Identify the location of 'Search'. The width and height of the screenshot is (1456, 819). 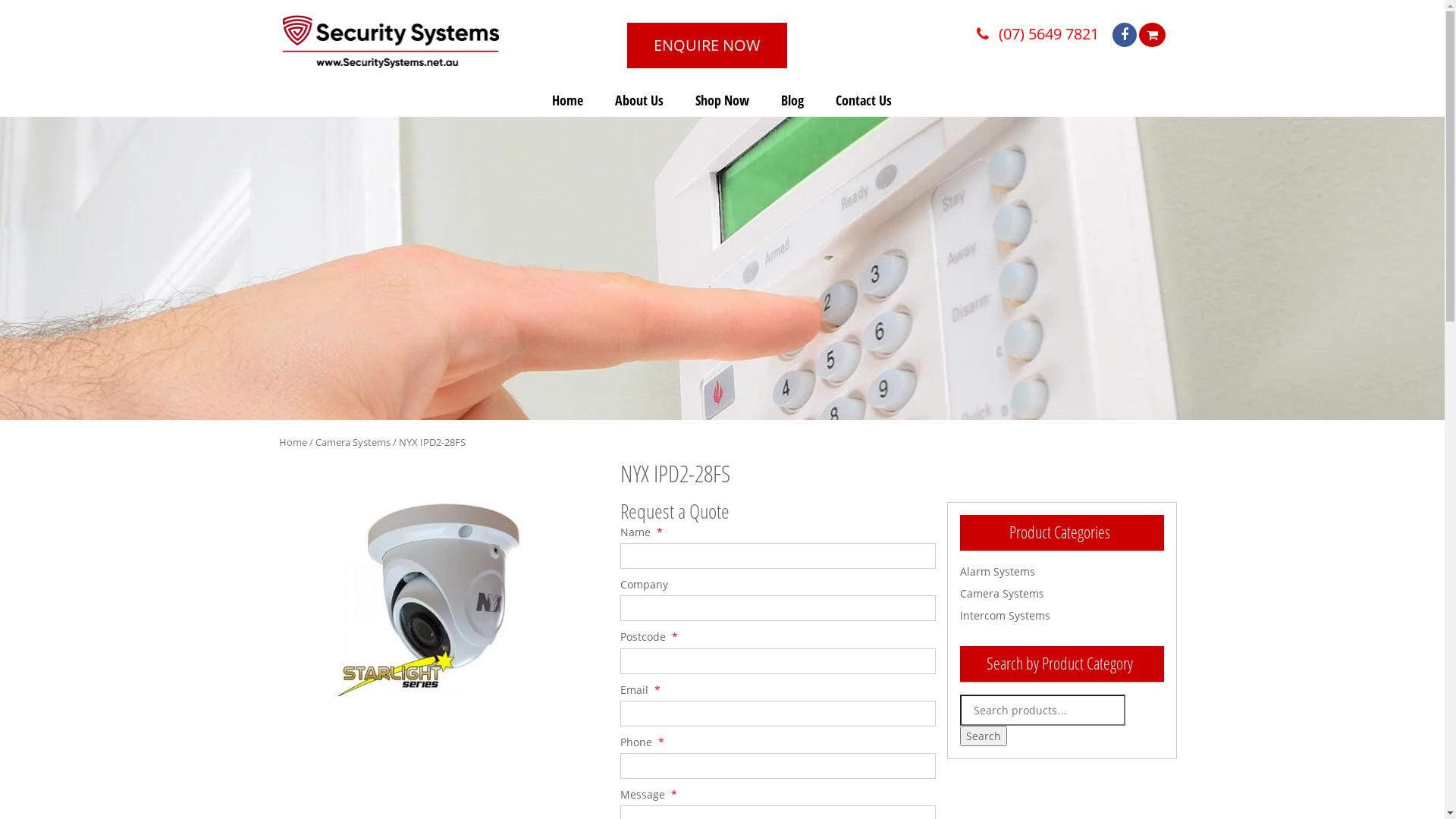
(983, 735).